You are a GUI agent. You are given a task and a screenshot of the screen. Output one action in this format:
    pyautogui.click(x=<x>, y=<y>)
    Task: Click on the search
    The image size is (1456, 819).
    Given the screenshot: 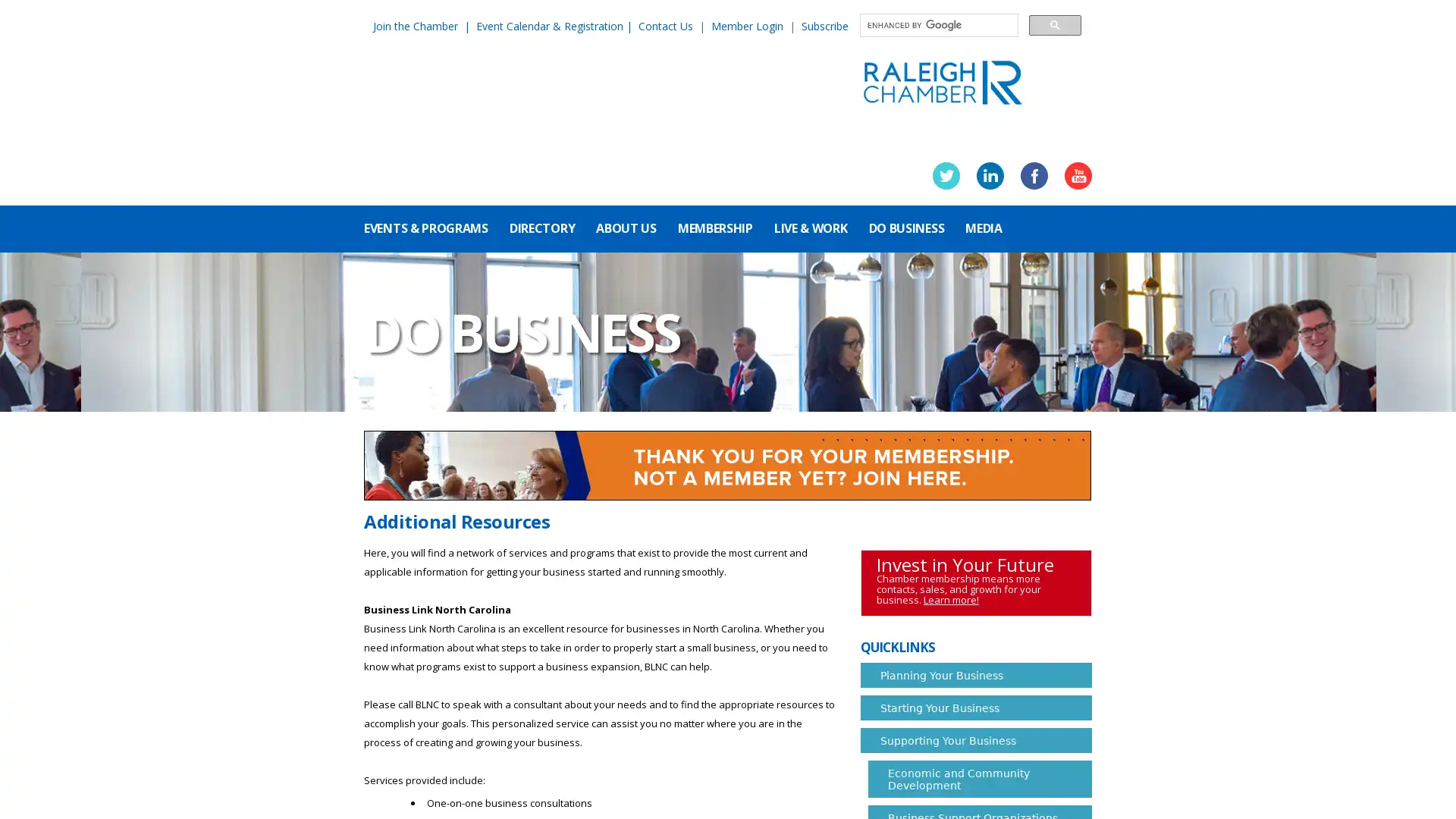 What is the action you would take?
    pyautogui.click(x=1054, y=24)
    